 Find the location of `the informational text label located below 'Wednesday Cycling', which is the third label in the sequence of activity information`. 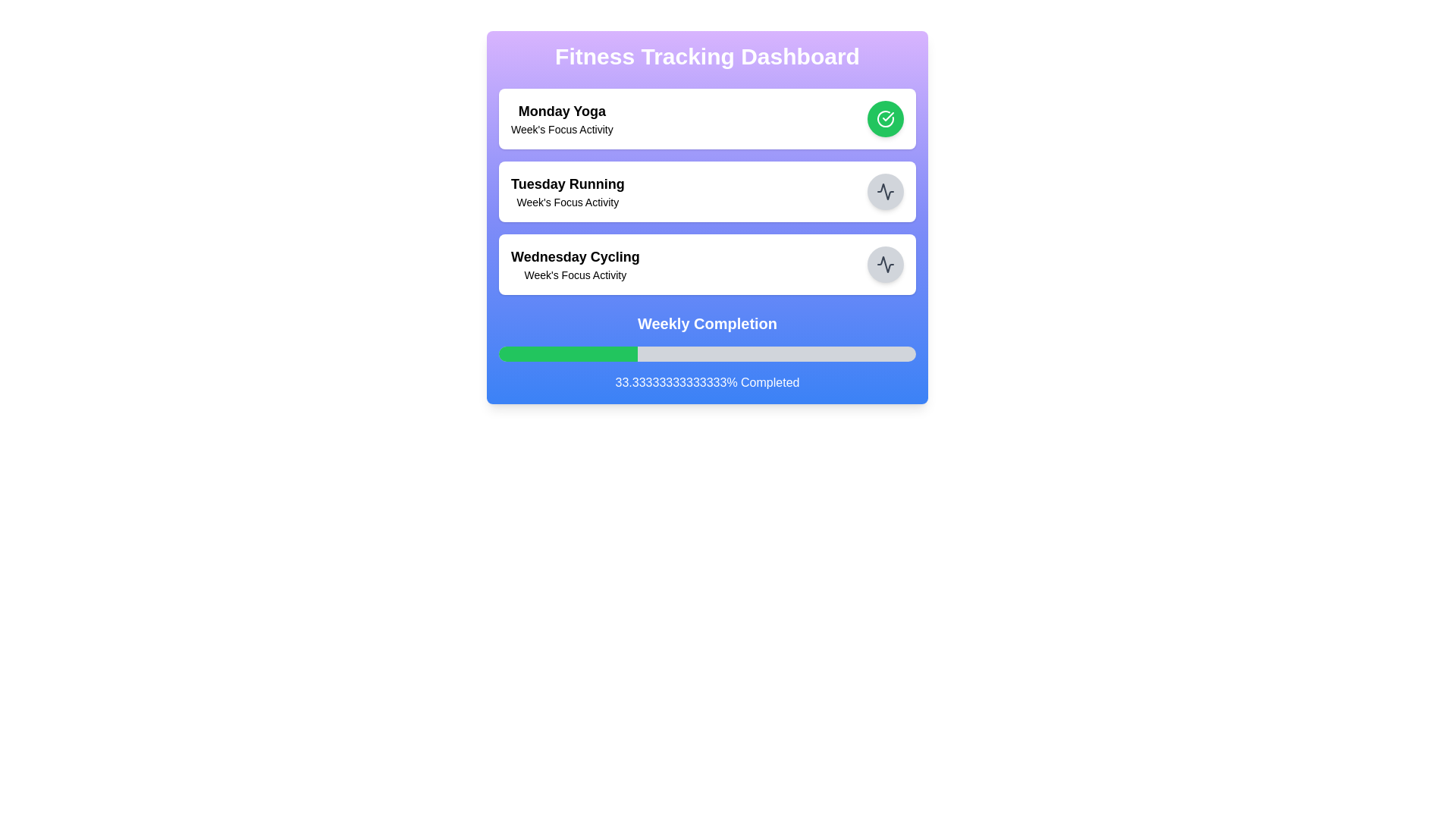

the informational text label located below 'Wednesday Cycling', which is the third label in the sequence of activity information is located at coordinates (574, 275).